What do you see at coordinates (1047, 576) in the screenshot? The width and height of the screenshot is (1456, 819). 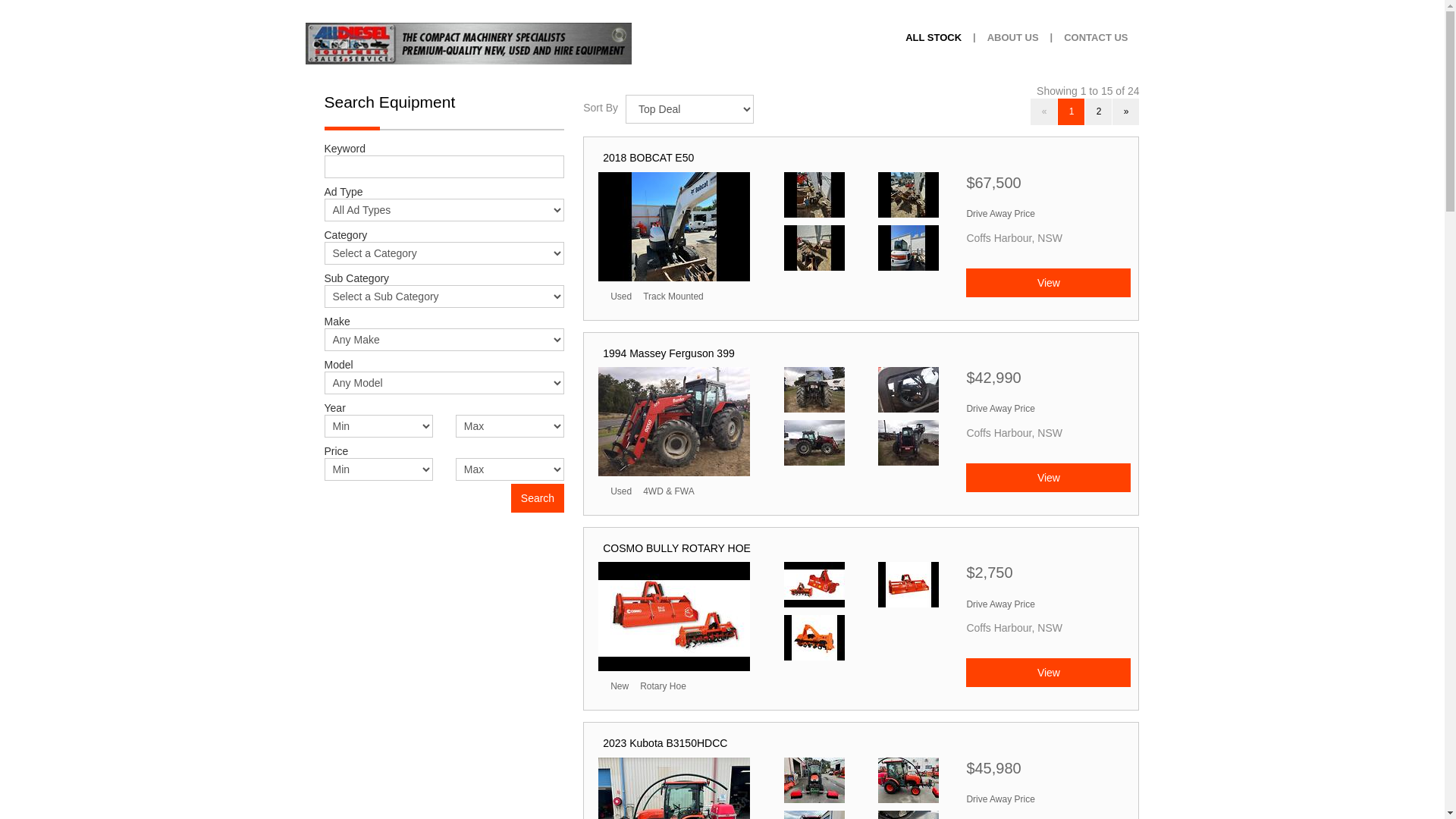 I see `'$2,750'` at bounding box center [1047, 576].